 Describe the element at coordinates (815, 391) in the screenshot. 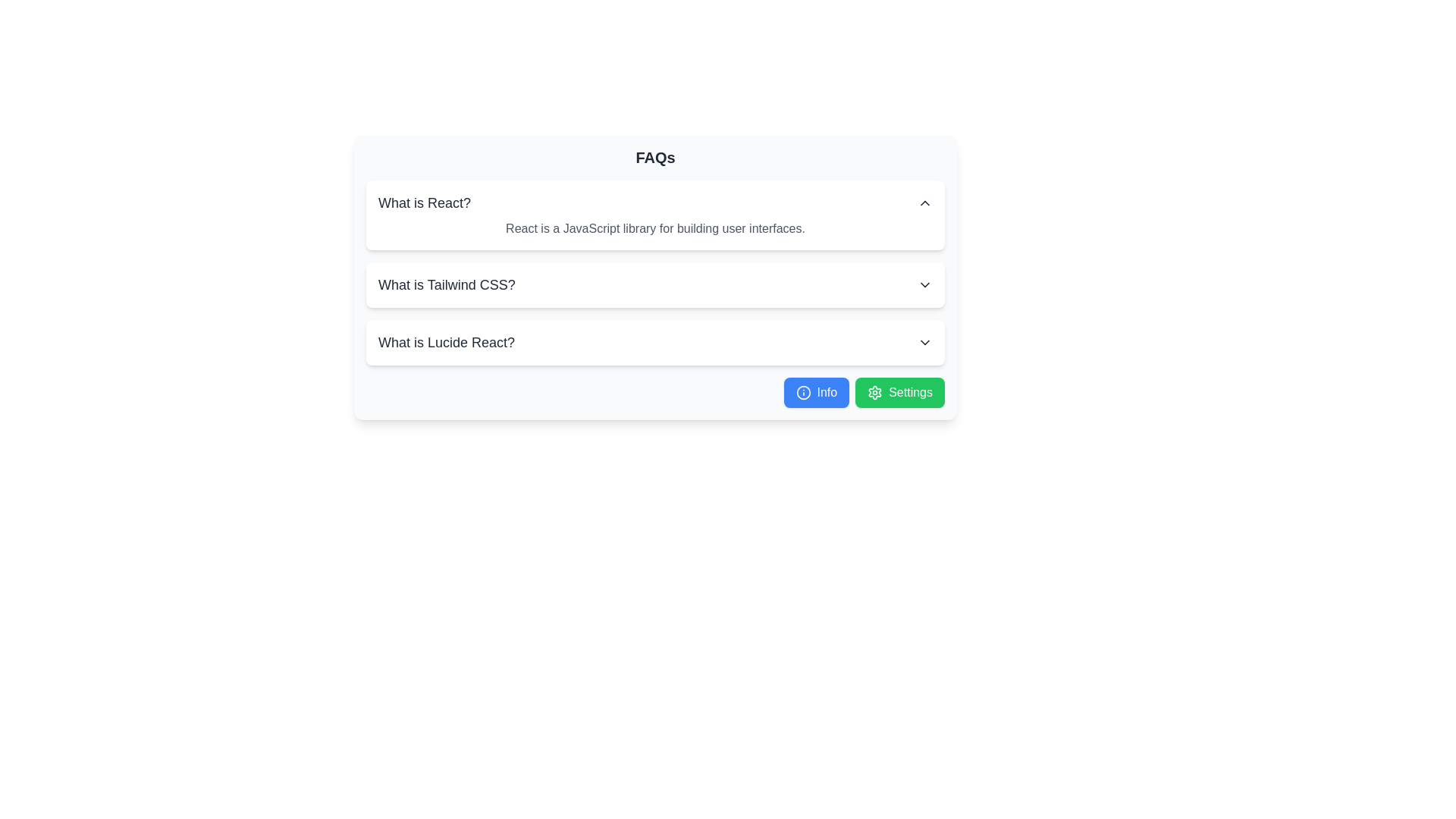

I see `the information button located to the right of the 'Settings' button in the lower right button group` at that location.